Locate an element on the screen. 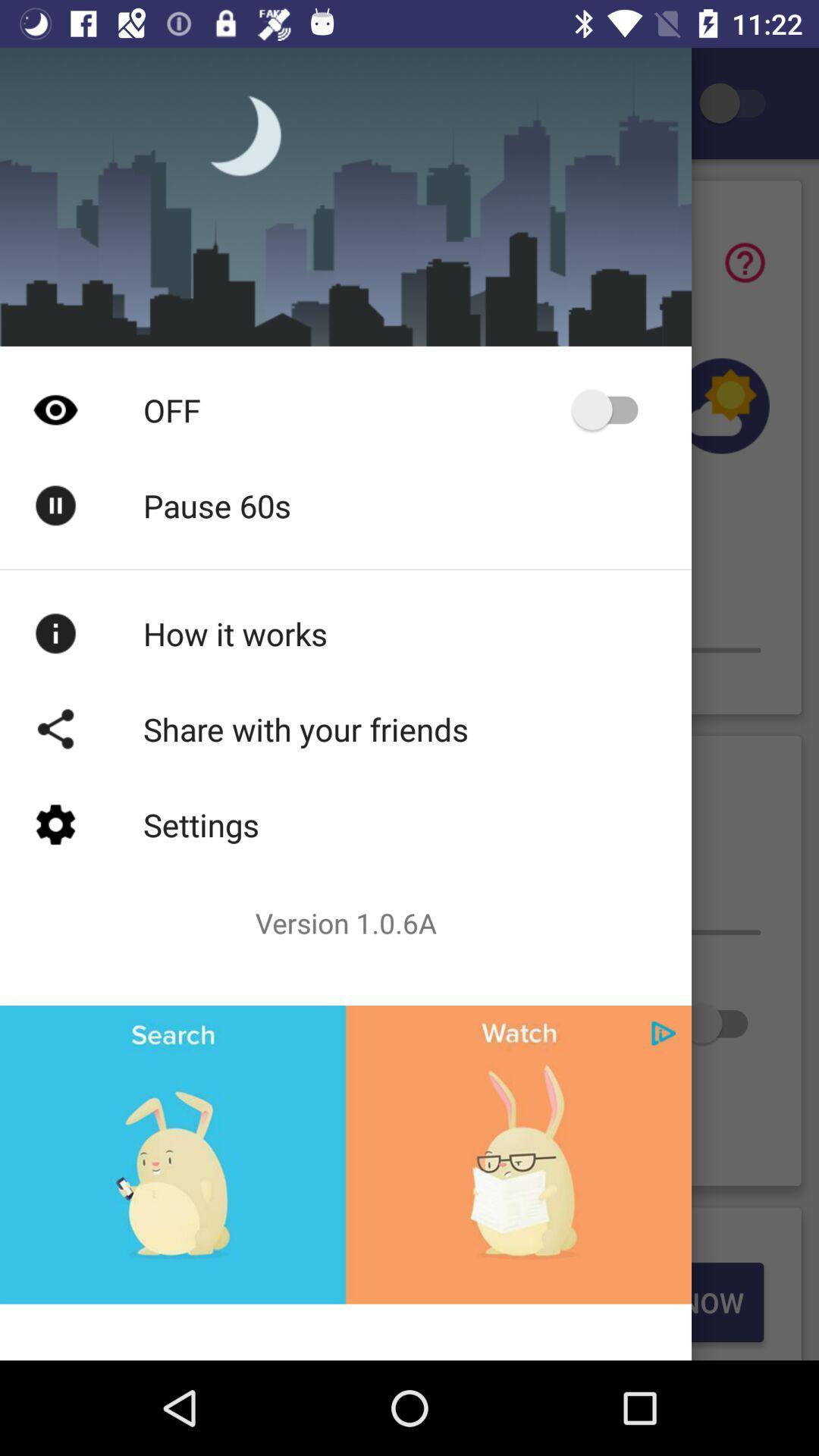  question symbol is located at coordinates (744, 262).